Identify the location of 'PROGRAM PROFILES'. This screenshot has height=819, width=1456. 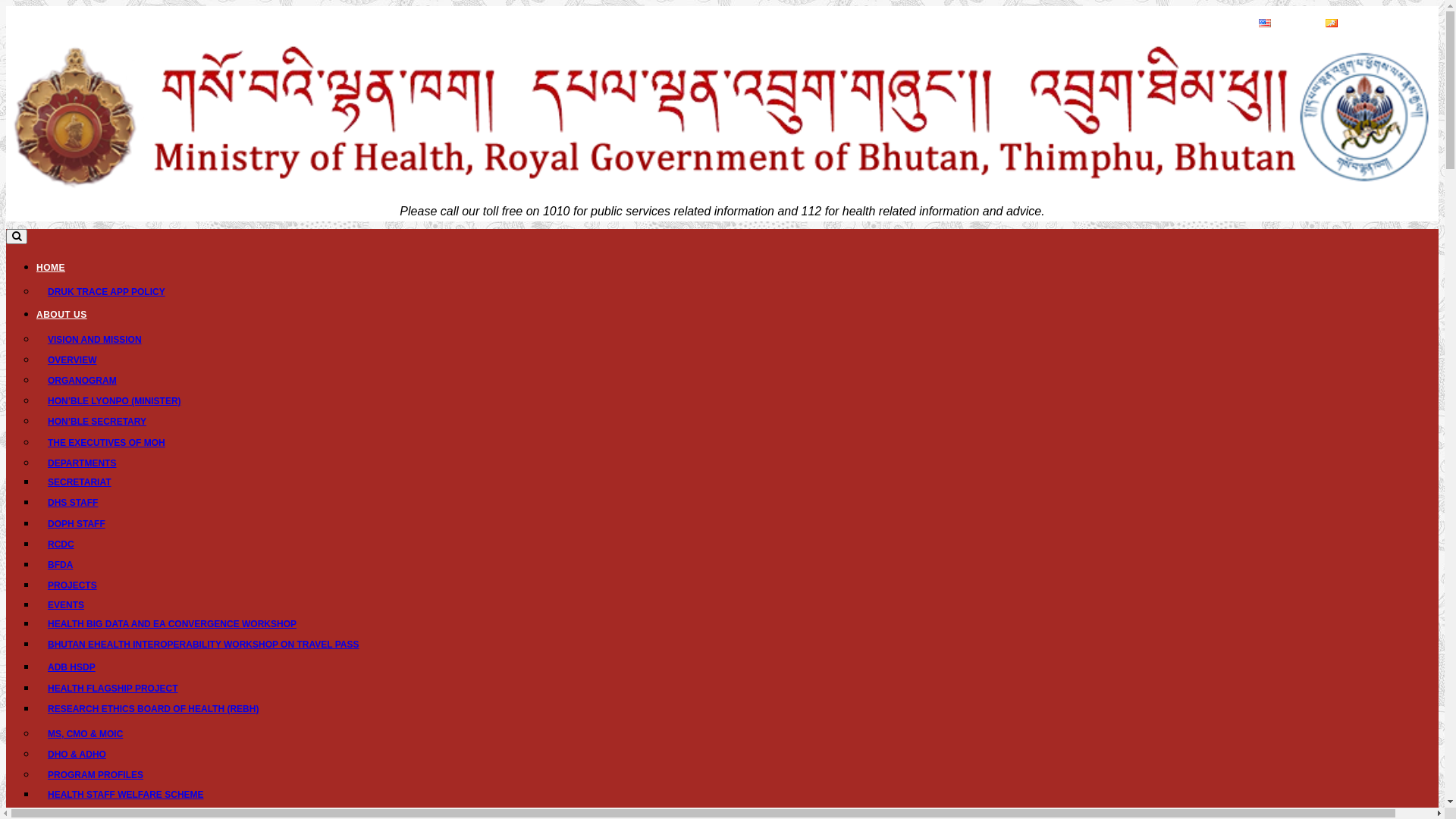
(94, 775).